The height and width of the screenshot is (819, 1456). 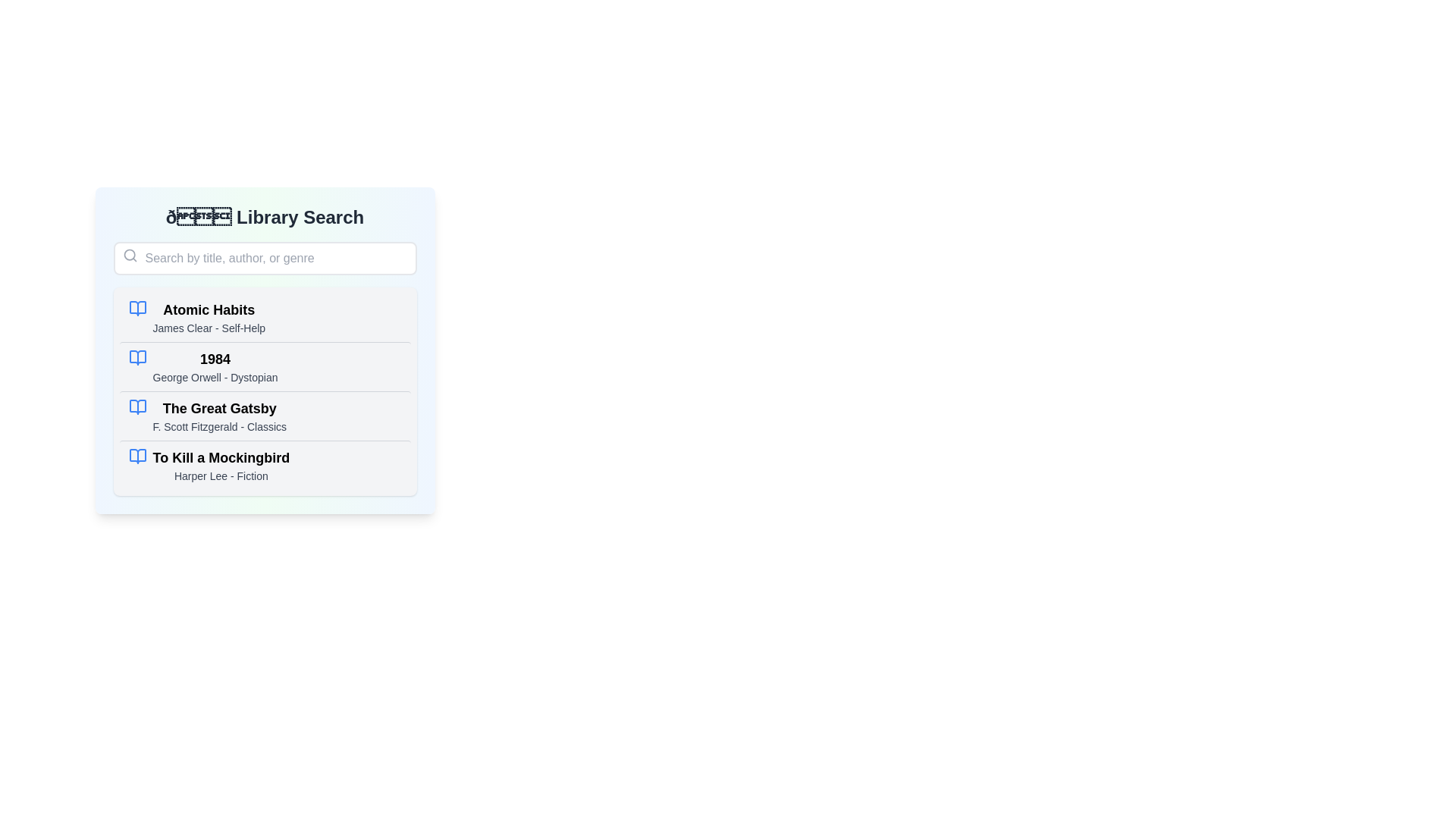 I want to click on the third list item displaying 'The Great Gatsby' by F. Scott Fitzgerald, so click(x=218, y=416).